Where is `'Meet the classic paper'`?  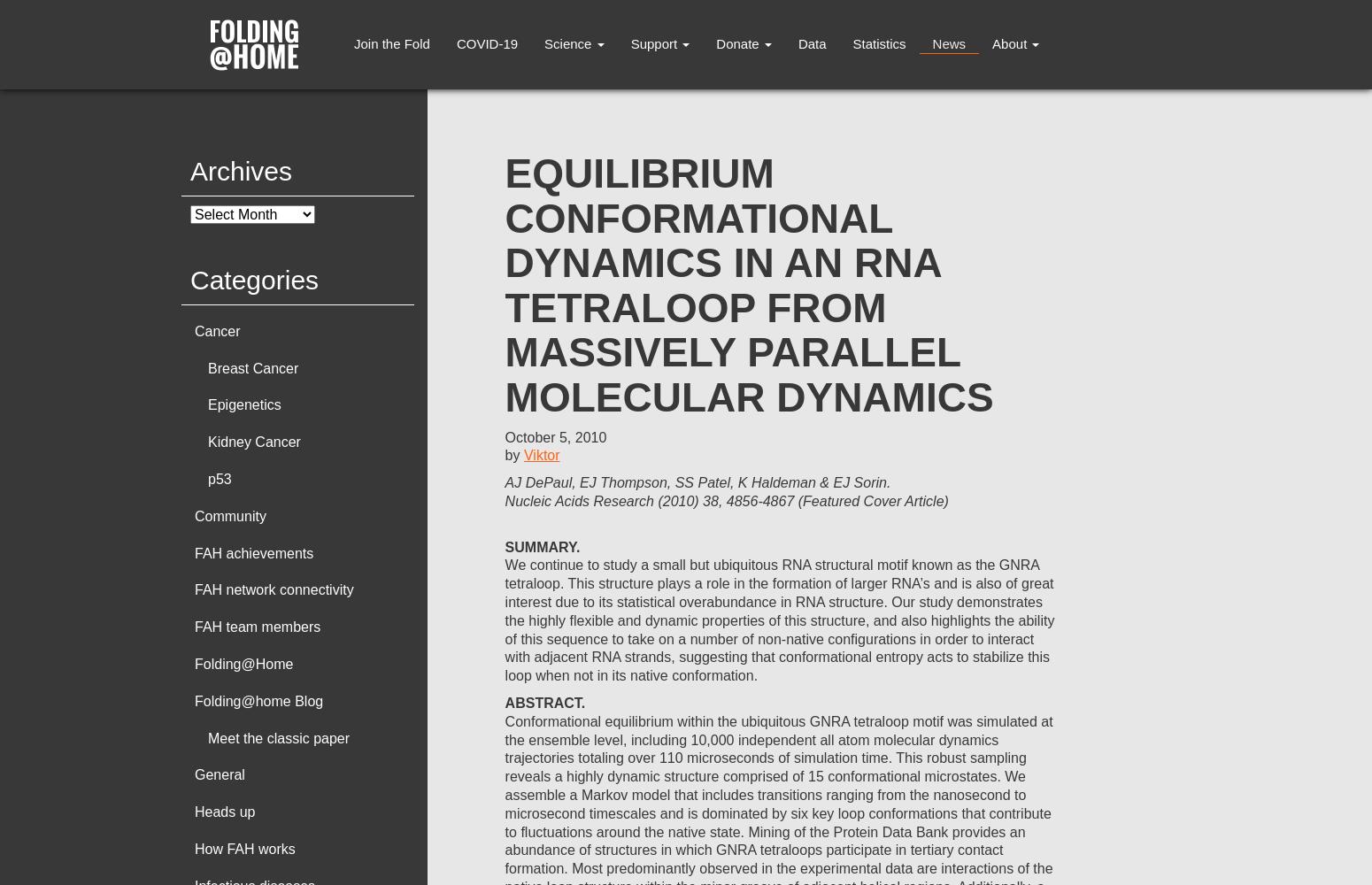
'Meet the classic paper' is located at coordinates (277, 736).